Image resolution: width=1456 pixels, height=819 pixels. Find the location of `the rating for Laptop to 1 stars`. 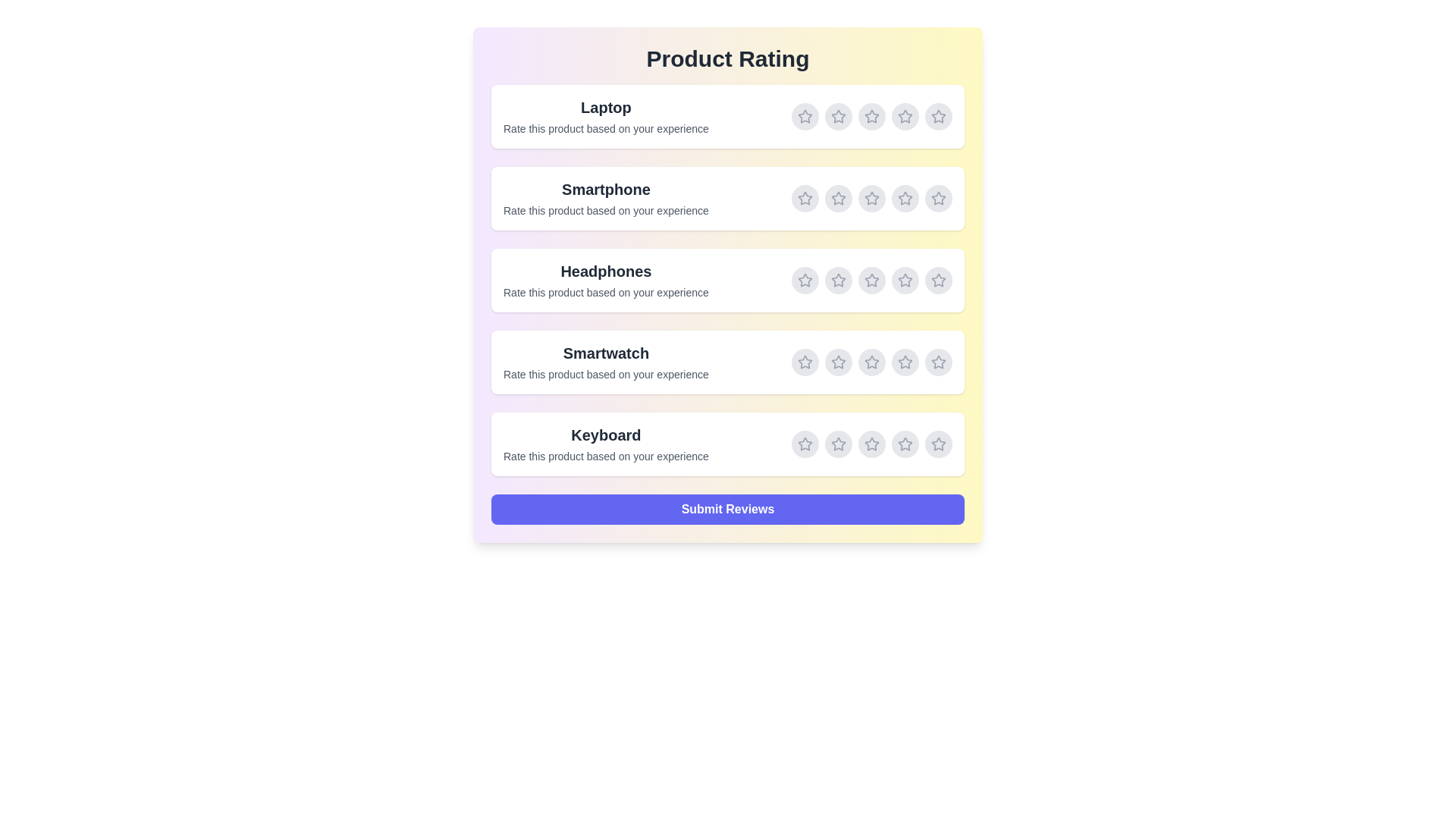

the rating for Laptop to 1 stars is located at coordinates (804, 116).